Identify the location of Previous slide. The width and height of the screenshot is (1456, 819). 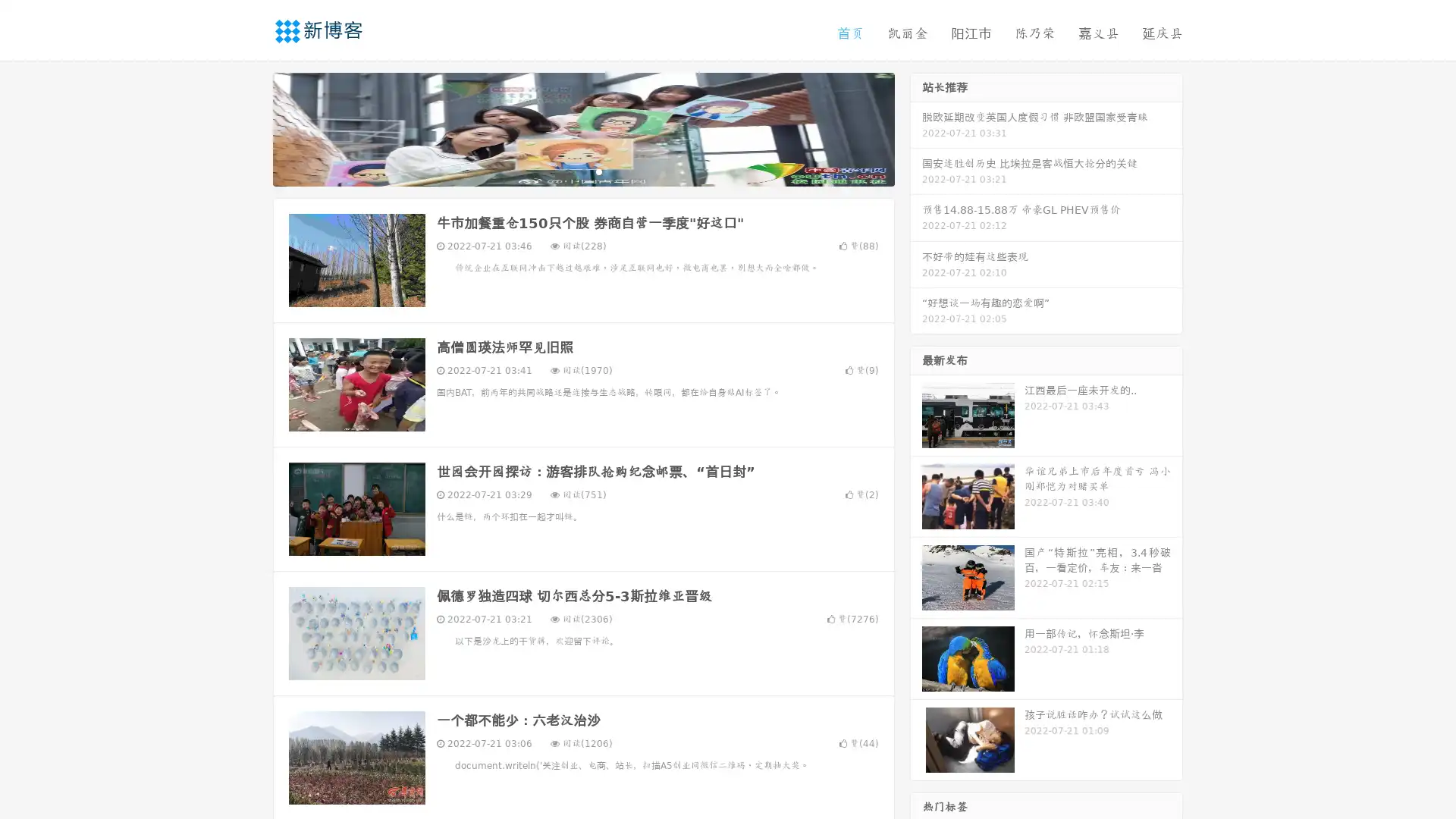
(250, 127).